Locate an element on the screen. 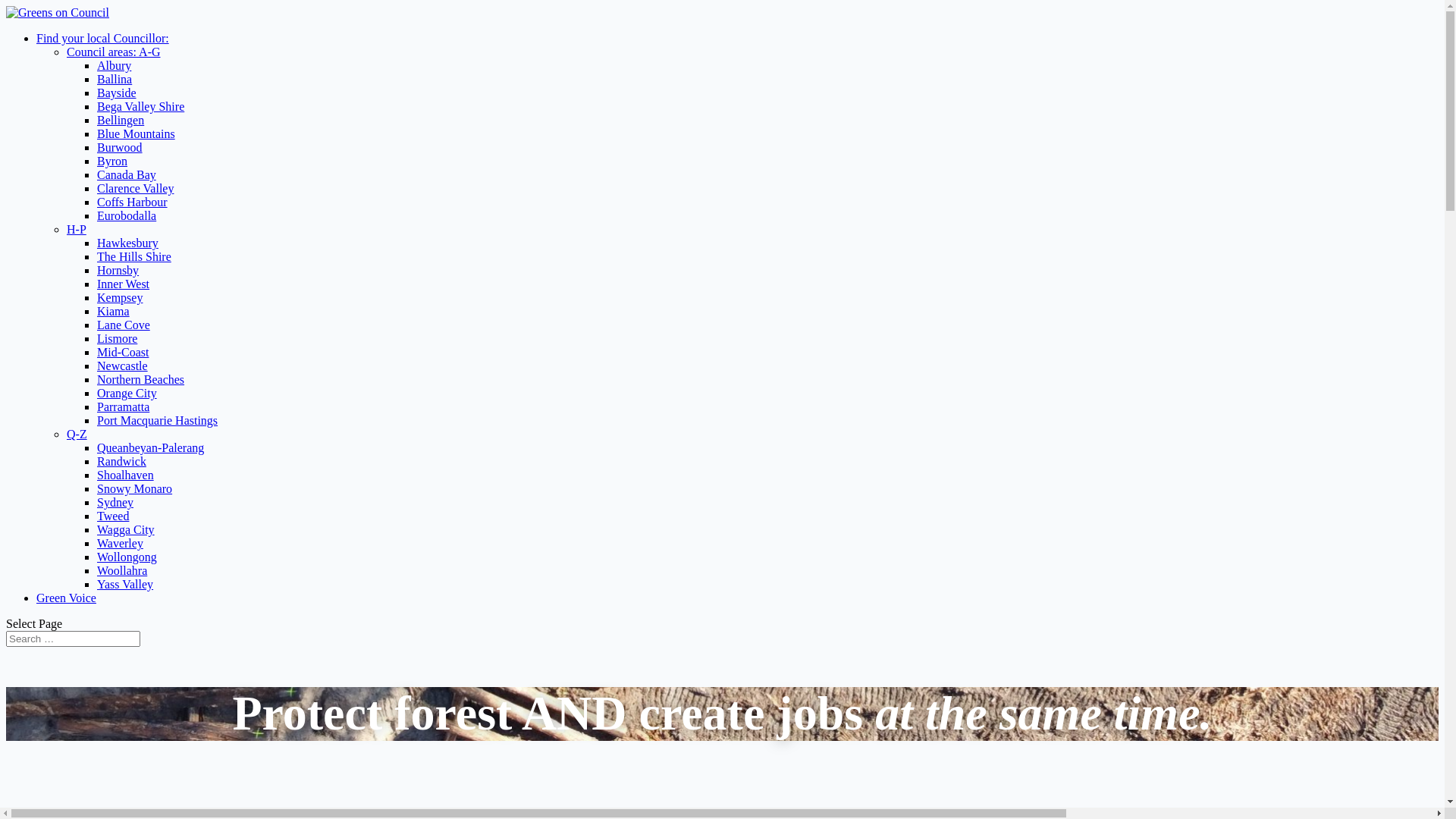 The width and height of the screenshot is (1456, 819). 'The Hills Shire' is located at coordinates (134, 256).